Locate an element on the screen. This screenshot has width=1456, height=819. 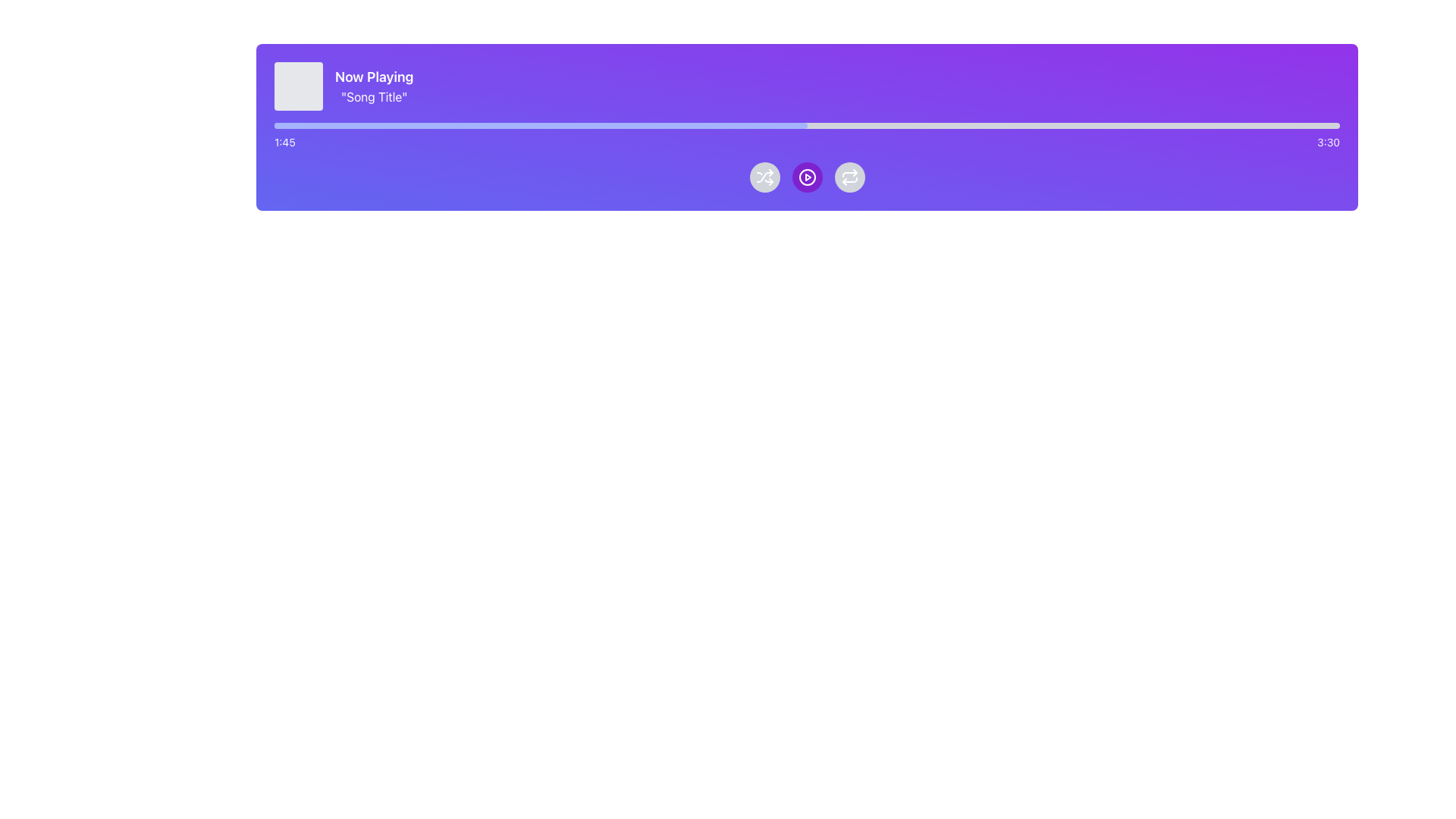
the slider is located at coordinates (1106, 124).